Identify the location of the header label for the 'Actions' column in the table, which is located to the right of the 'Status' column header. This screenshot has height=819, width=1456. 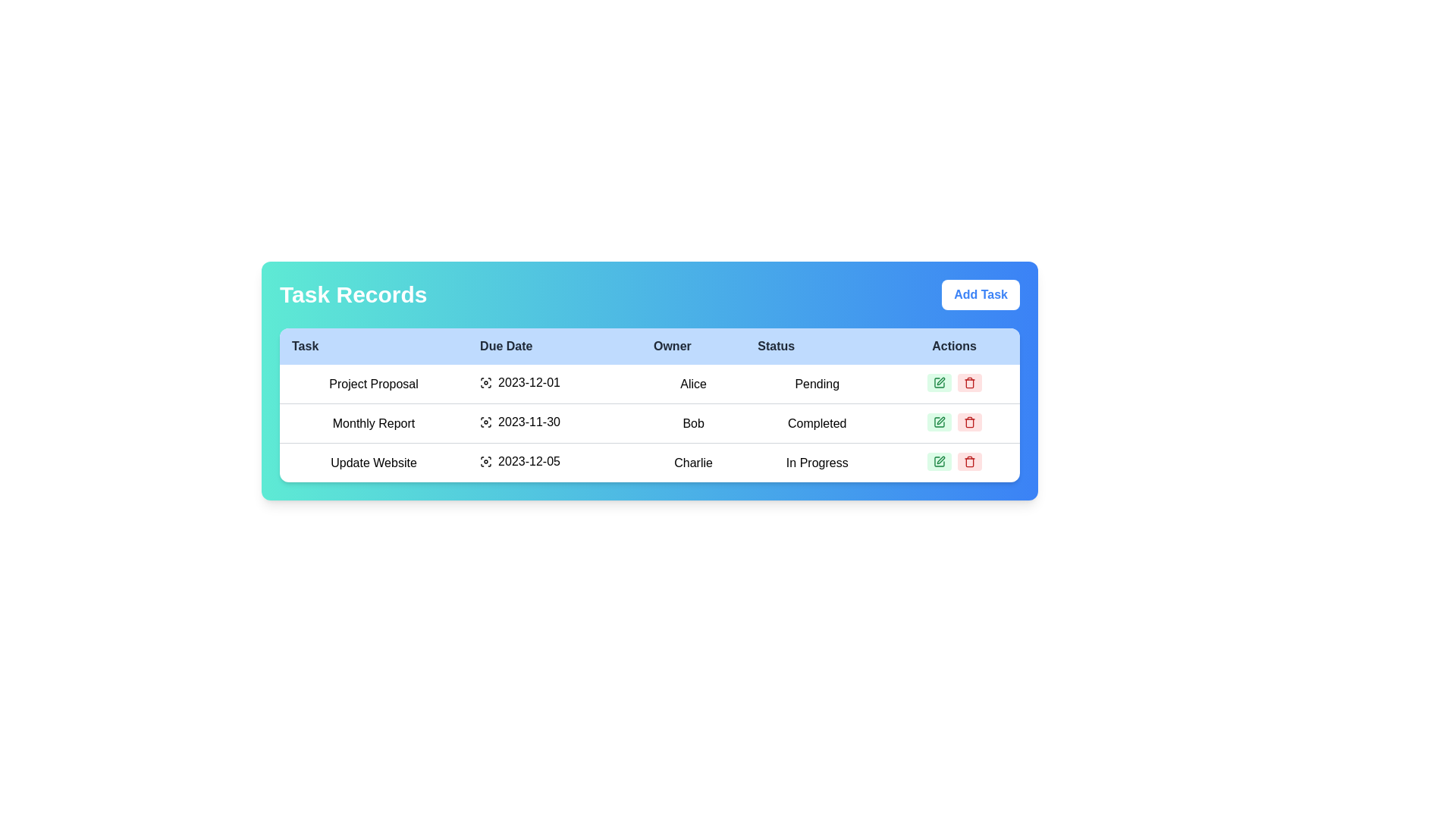
(953, 346).